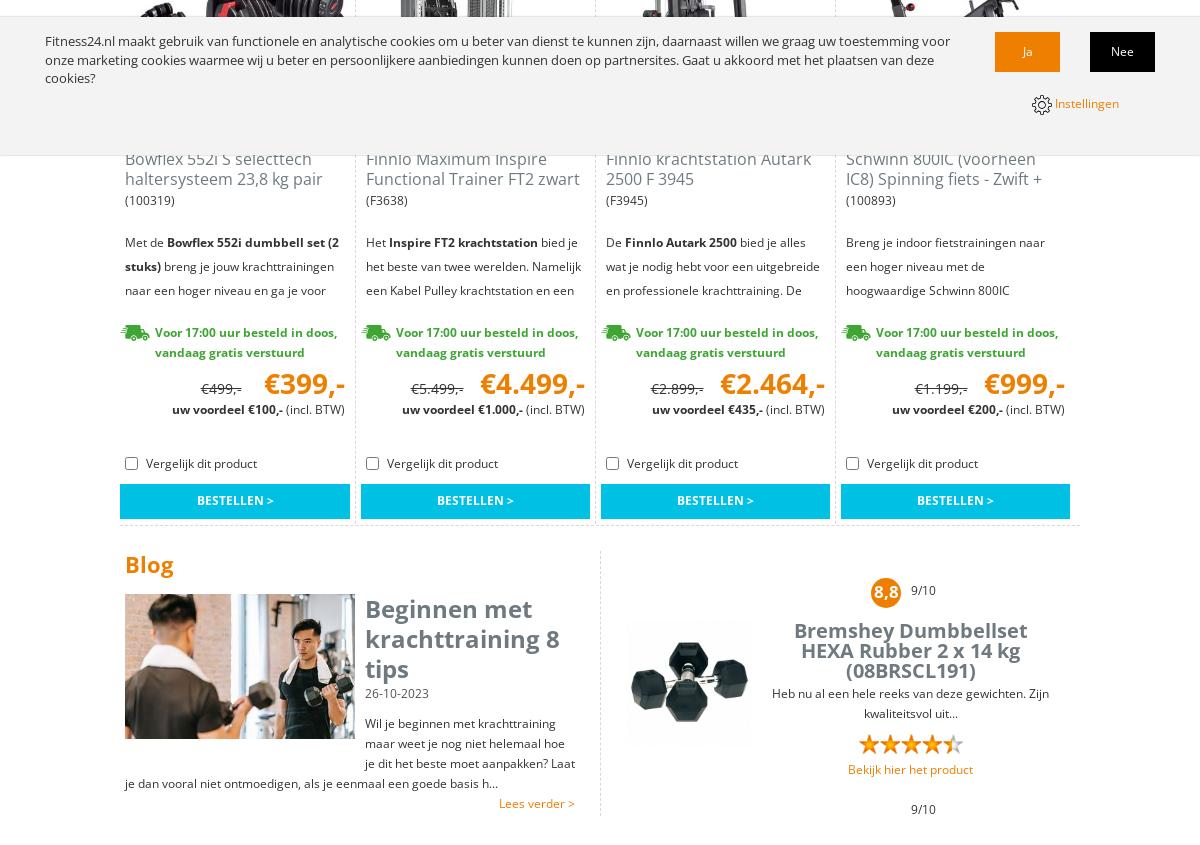  What do you see at coordinates (402, 408) in the screenshot?
I see `'uw voordeel €1.000,-'` at bounding box center [402, 408].